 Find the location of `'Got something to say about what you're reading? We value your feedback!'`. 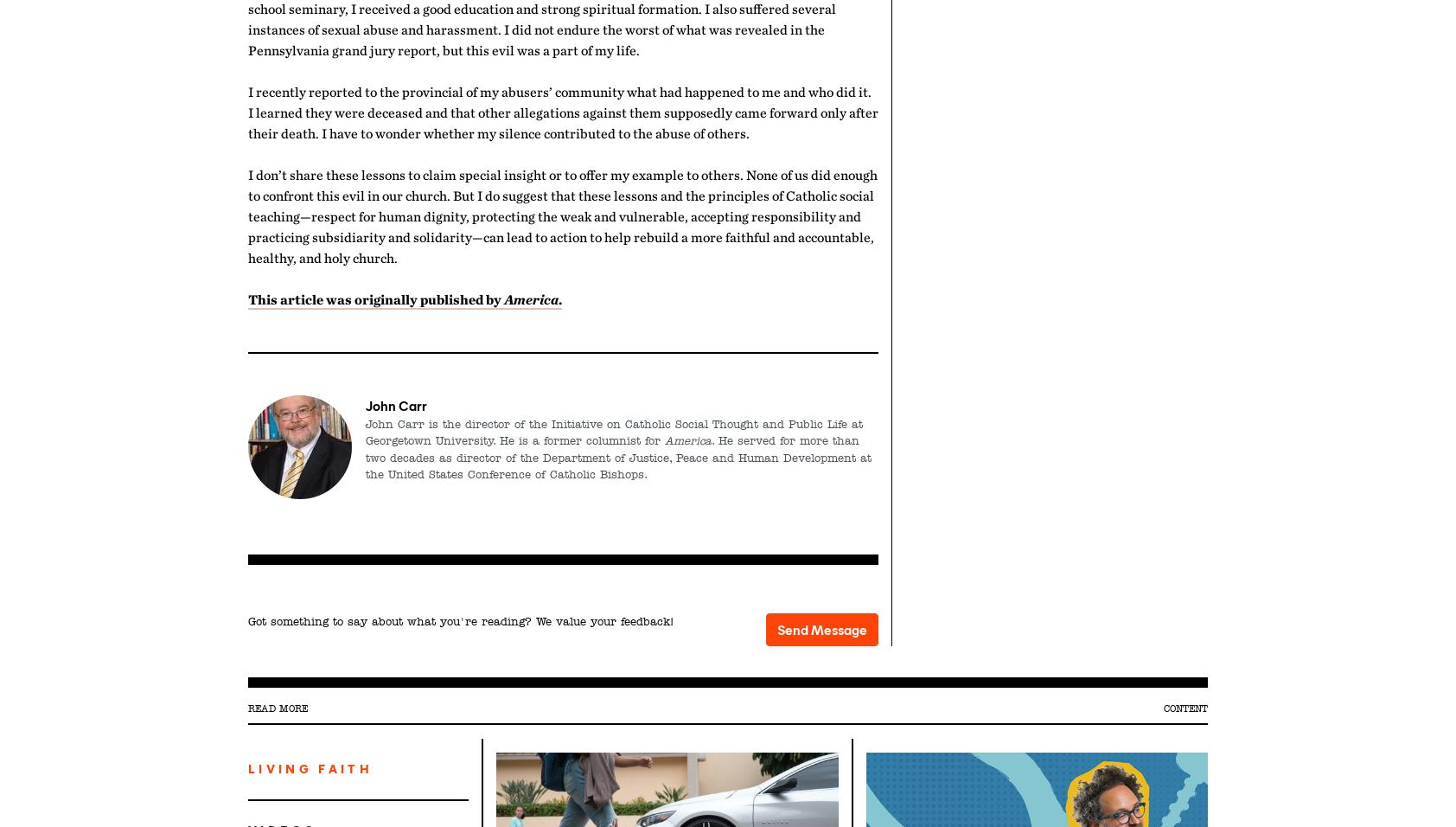

'Got something to say about what you're reading? We value your feedback!' is located at coordinates (459, 620).